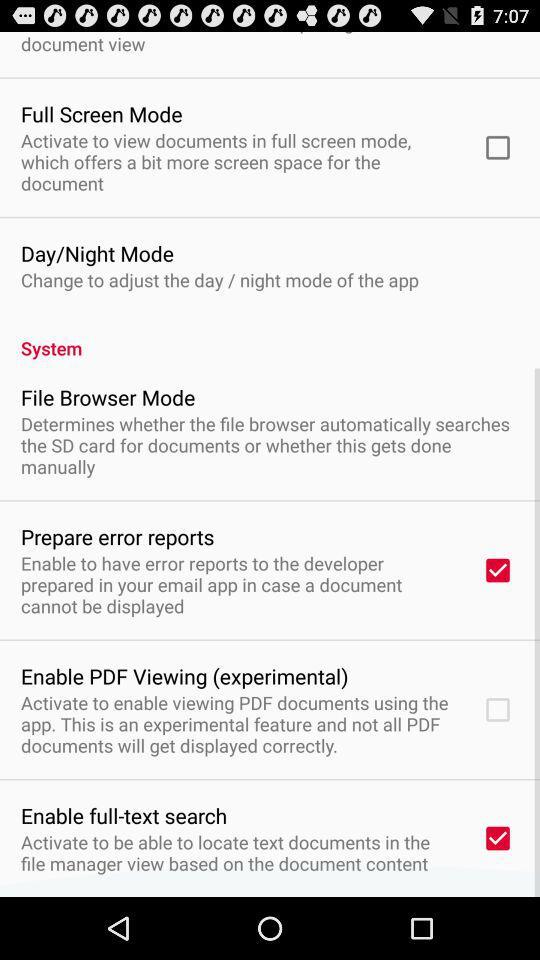  What do you see at coordinates (270, 337) in the screenshot?
I see `the app below change to adjust icon` at bounding box center [270, 337].